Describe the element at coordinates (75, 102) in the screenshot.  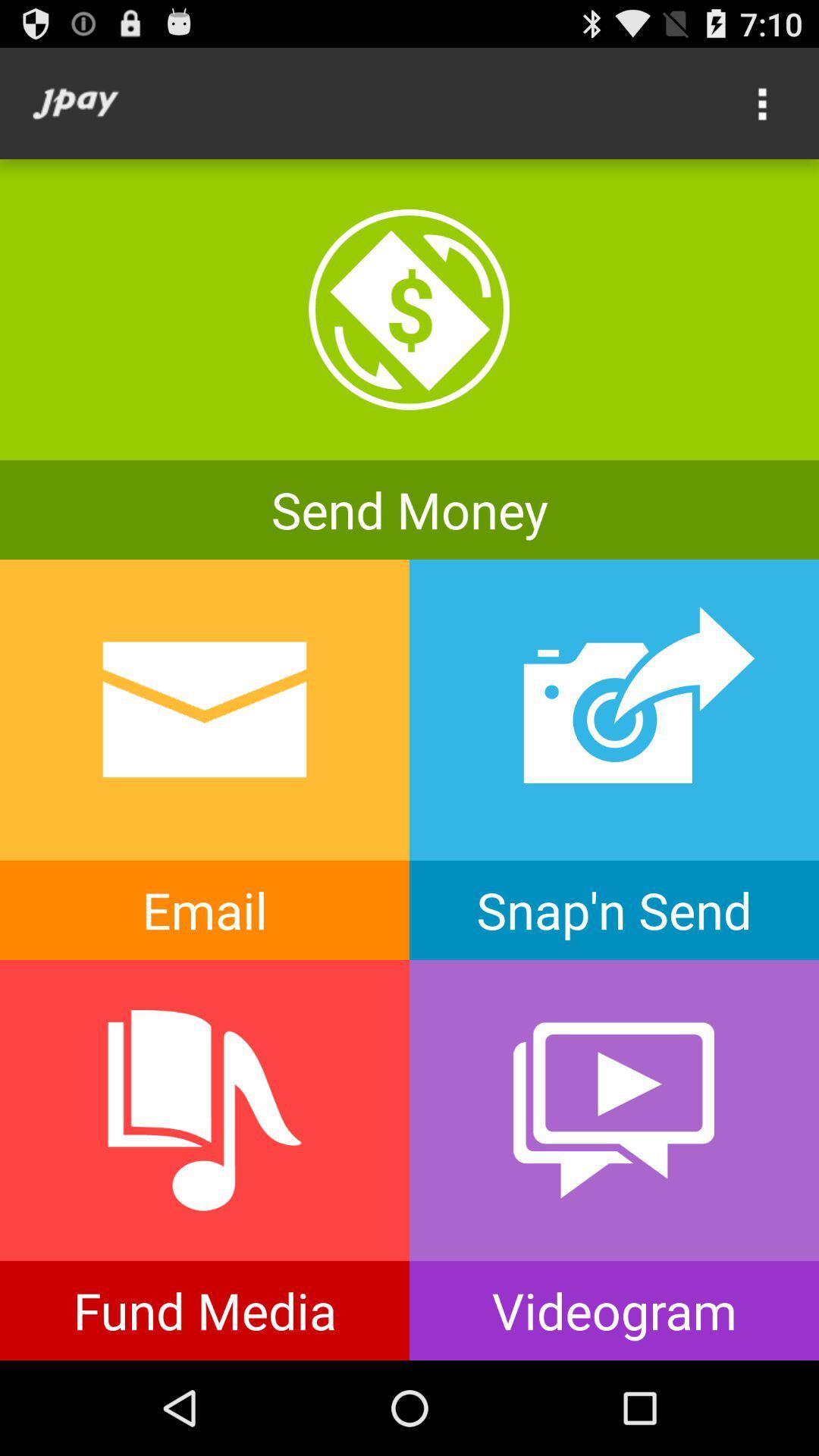
I see `return to home screen` at that location.